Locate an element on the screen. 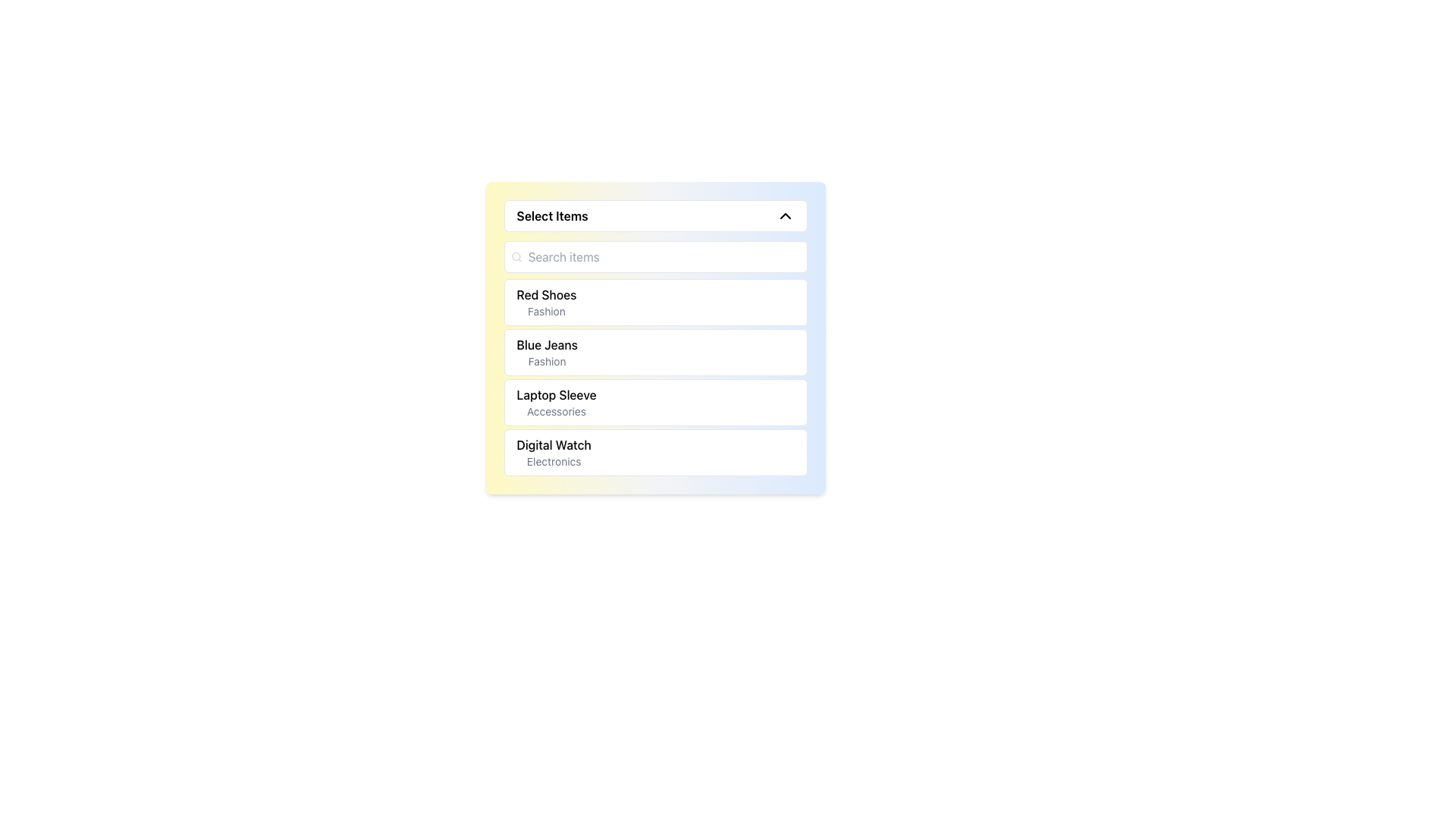 The width and height of the screenshot is (1456, 819). the first selectable item 'Red Shoes' is located at coordinates (655, 302).